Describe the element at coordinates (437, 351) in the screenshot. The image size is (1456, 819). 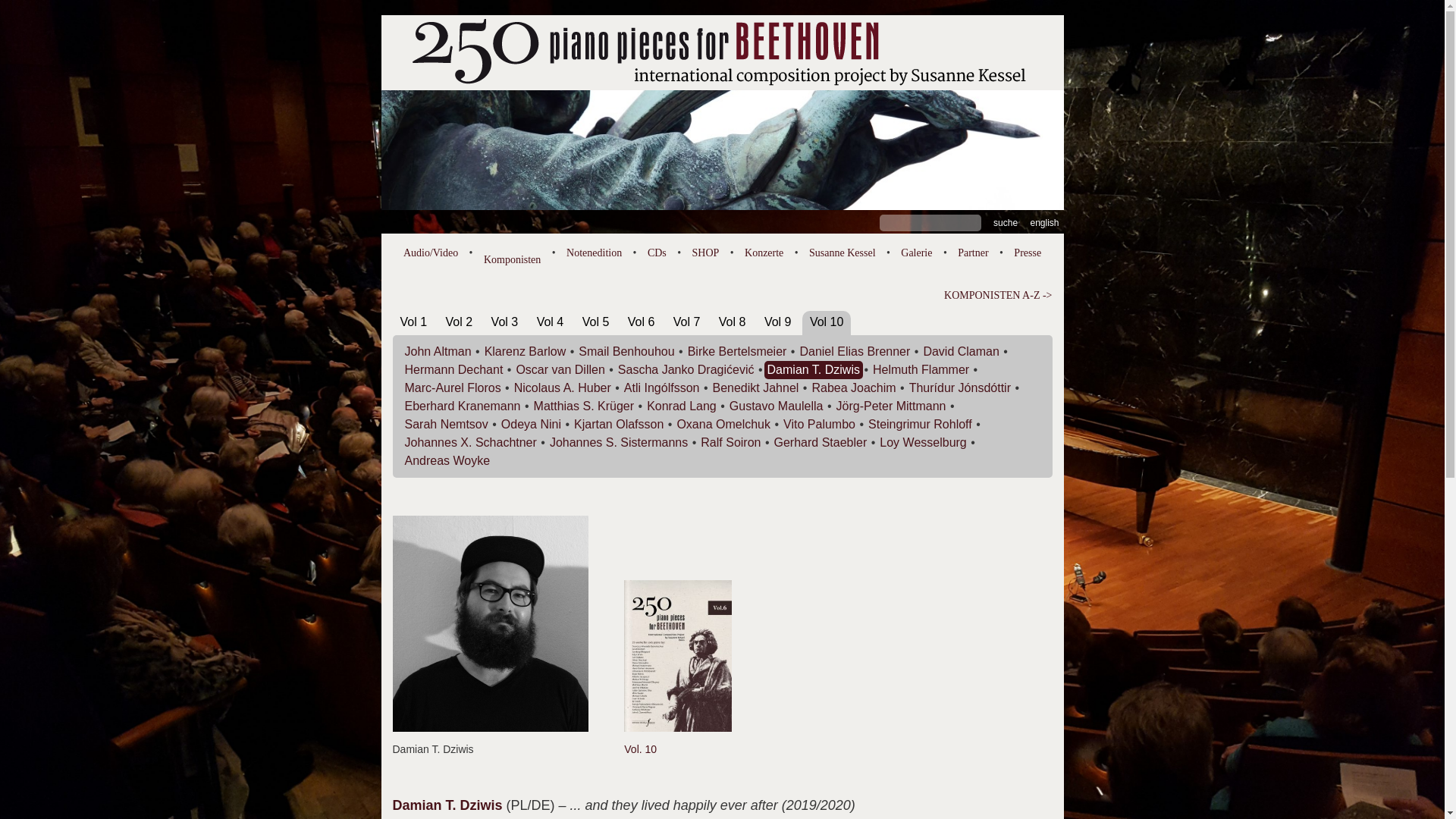
I see `'John Altman'` at that location.